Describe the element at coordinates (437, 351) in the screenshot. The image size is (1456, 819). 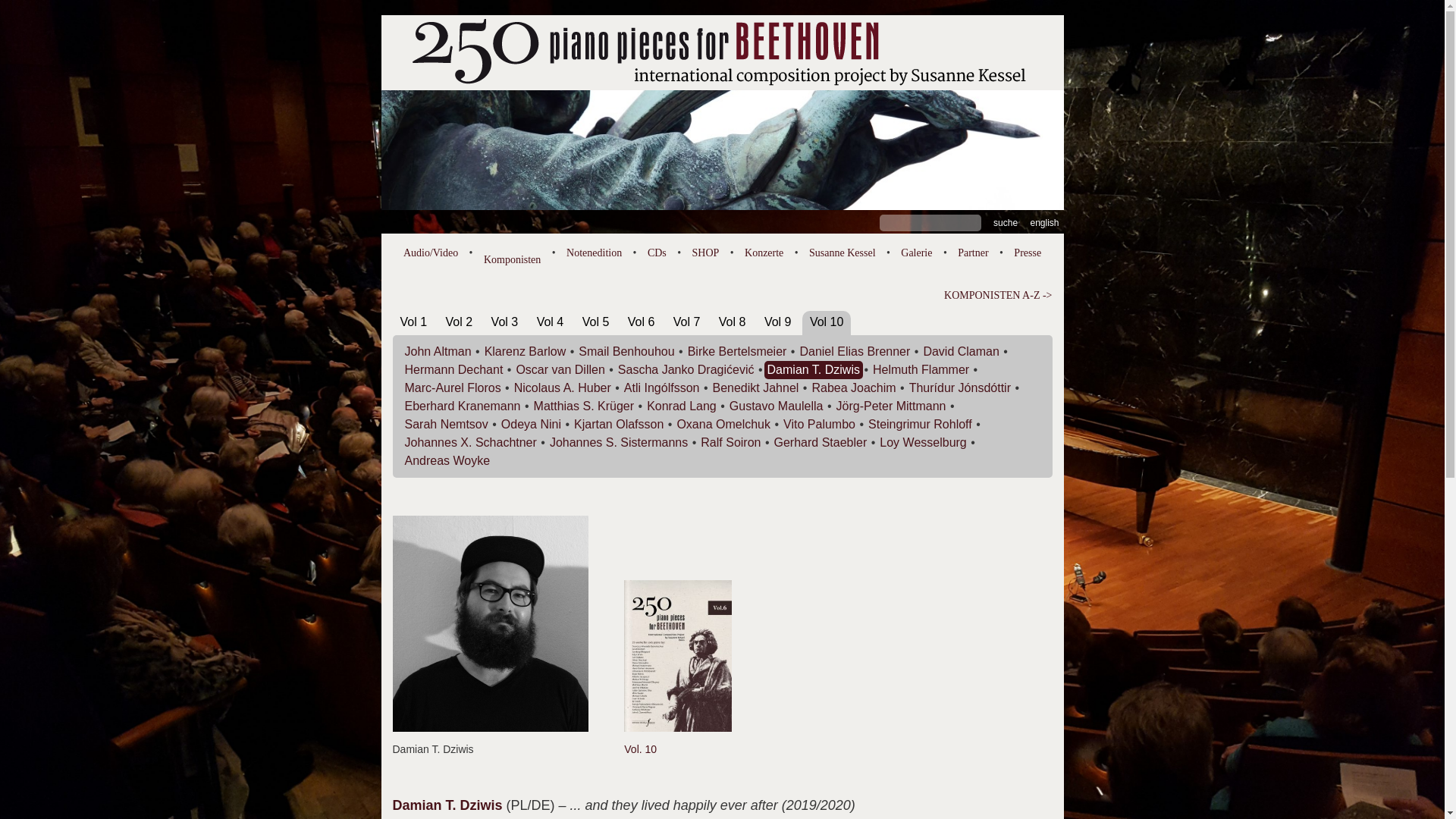
I see `'John Altman'` at that location.